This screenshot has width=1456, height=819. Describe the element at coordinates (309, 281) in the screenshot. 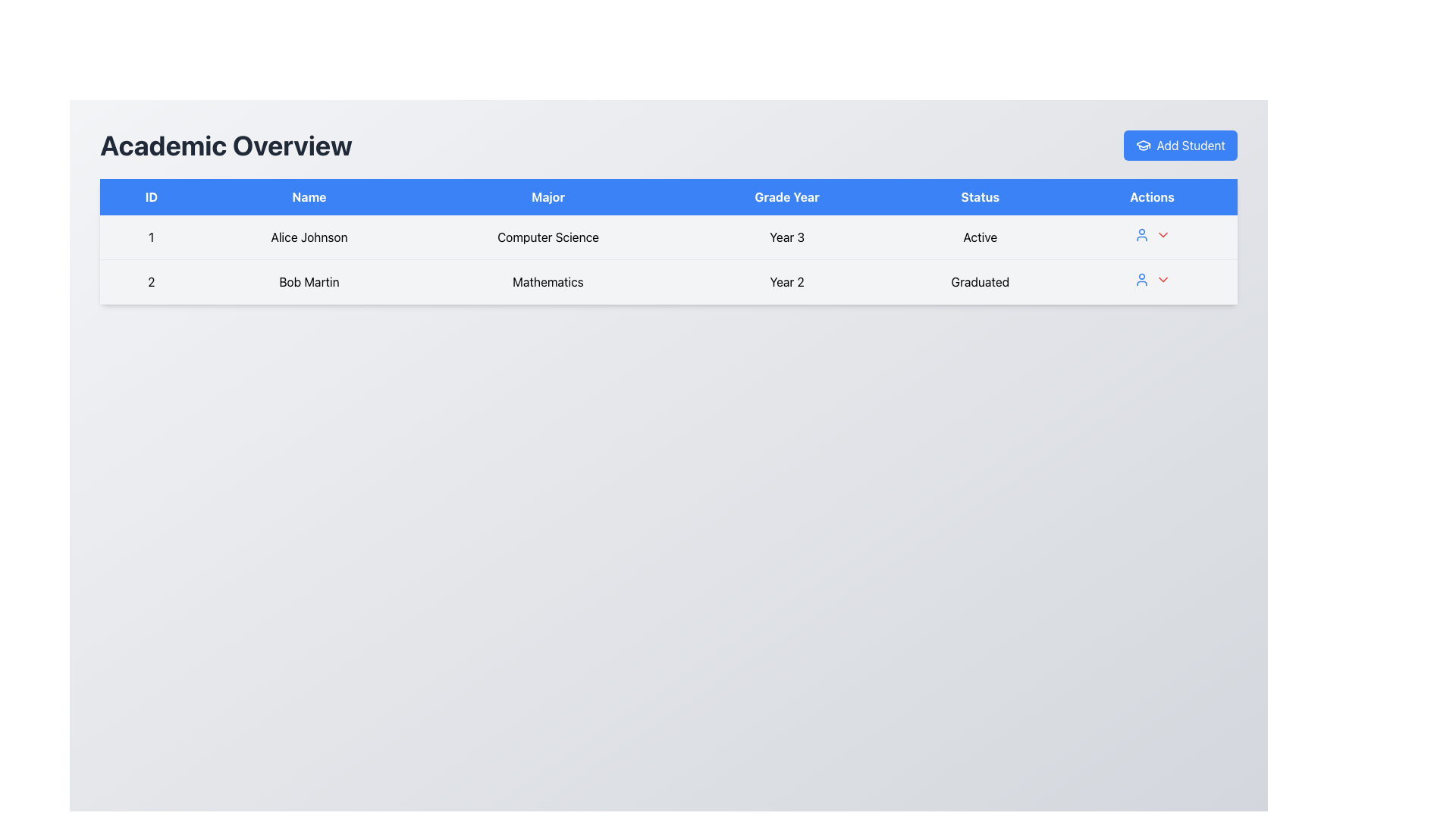

I see `the static text label displaying the name 'Bob Martin' in the second column of the second row of the table, which identifies the entry with ID 2` at that location.